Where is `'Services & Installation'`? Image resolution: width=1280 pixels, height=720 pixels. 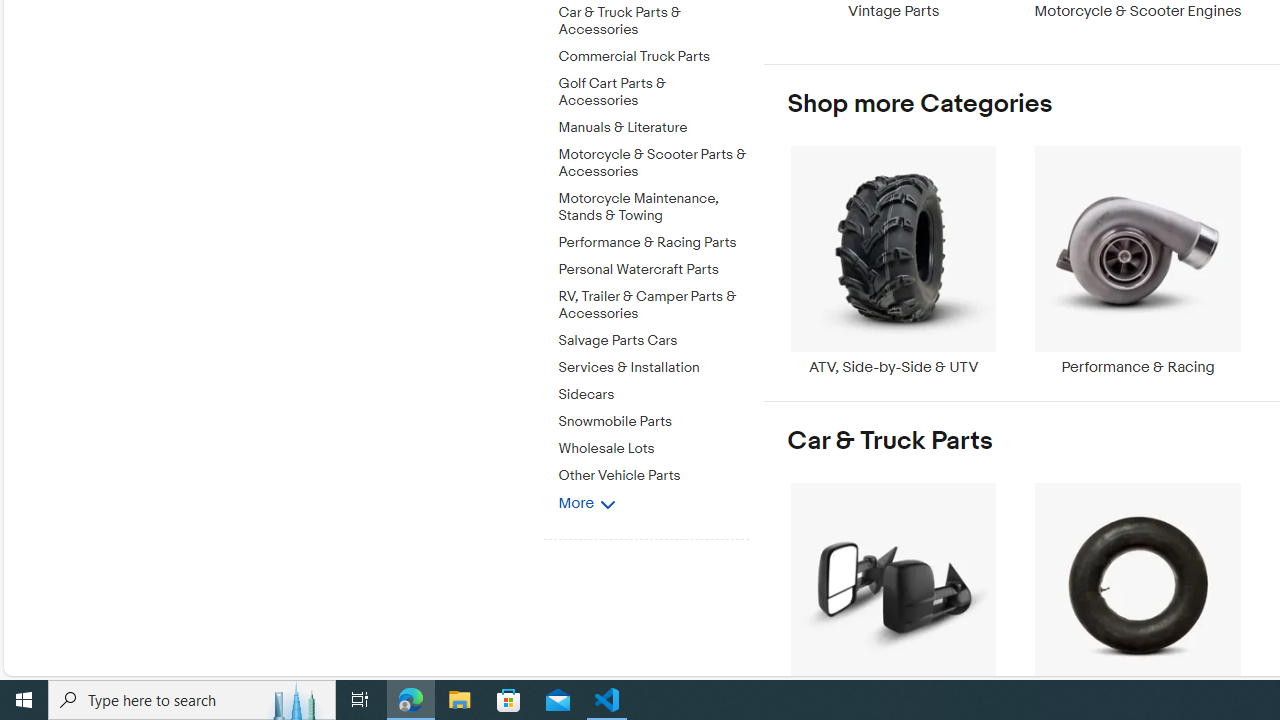 'Services & Installation' is located at coordinates (653, 368).